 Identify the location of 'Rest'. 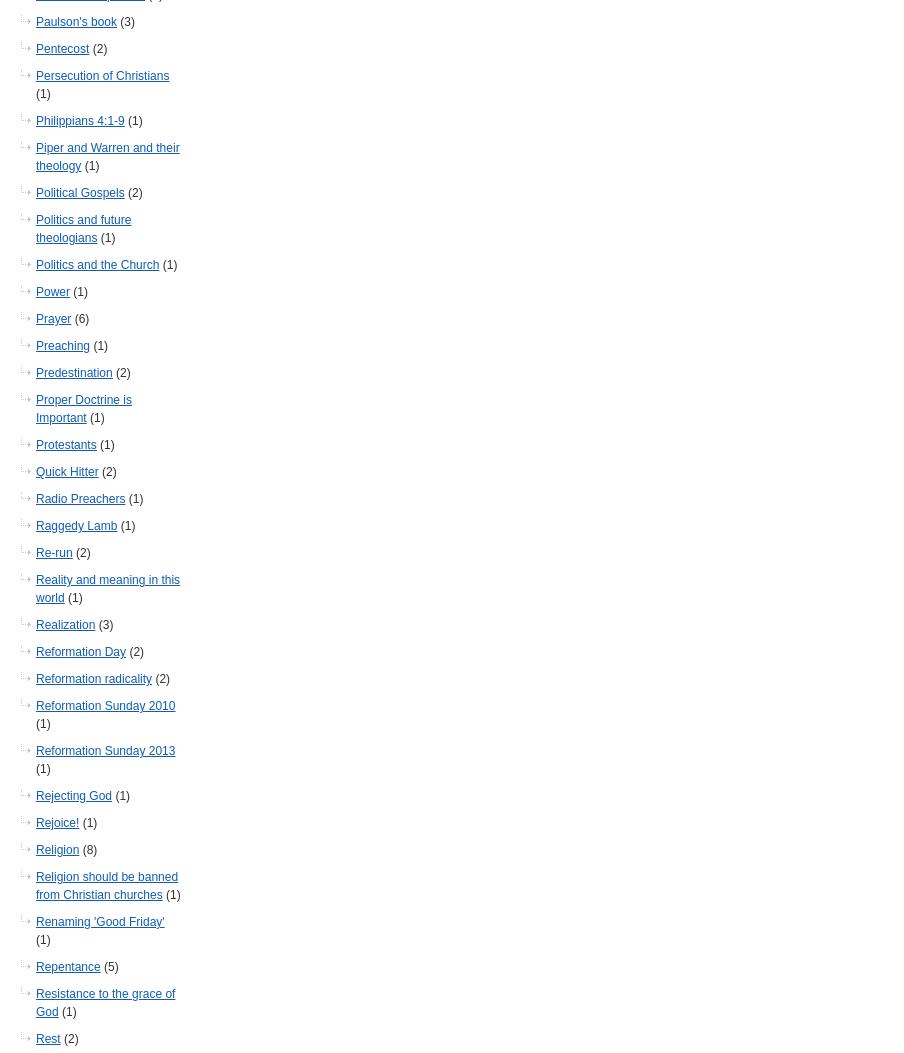
(47, 1037).